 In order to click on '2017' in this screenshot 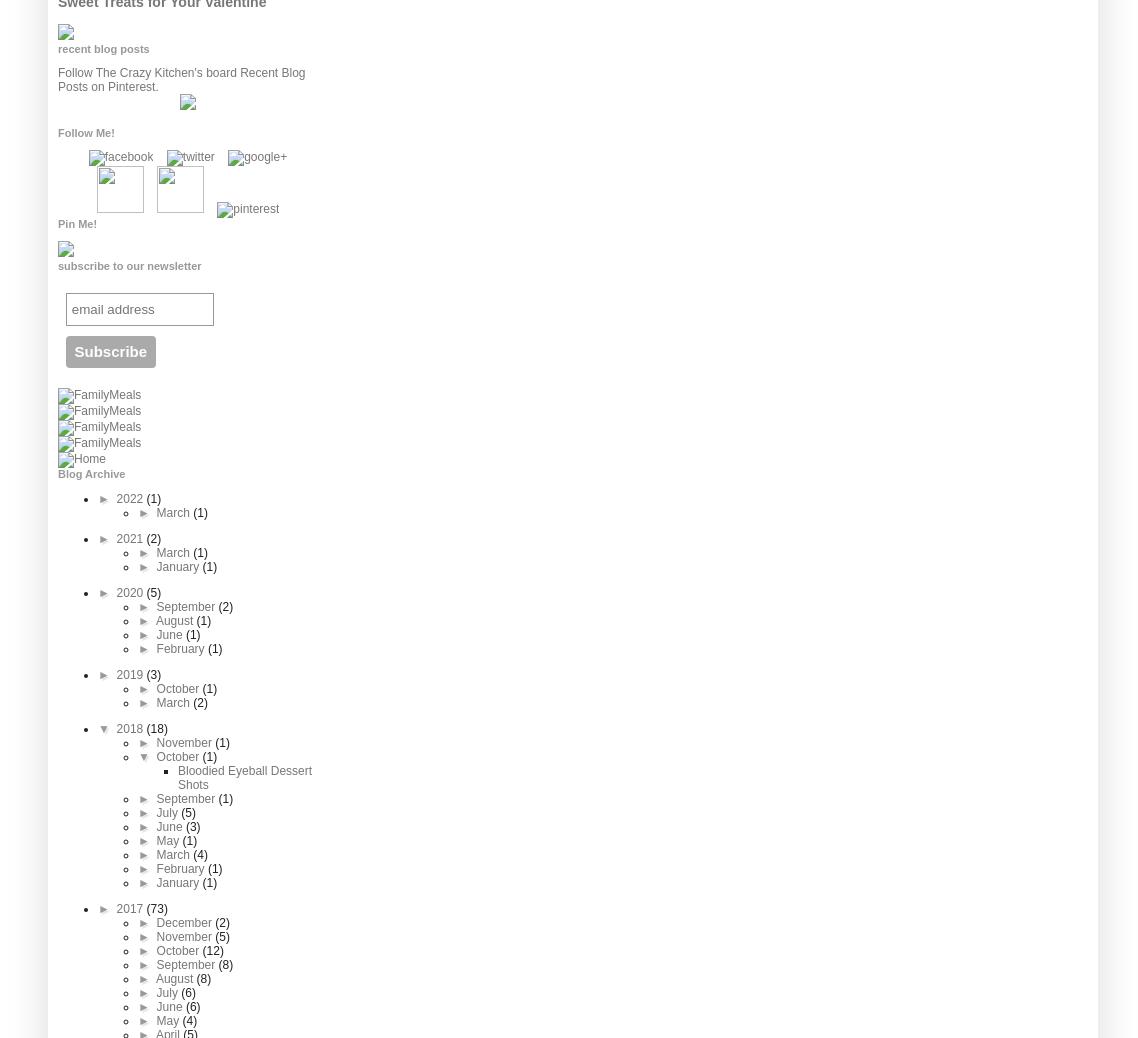, I will do `click(115, 908)`.